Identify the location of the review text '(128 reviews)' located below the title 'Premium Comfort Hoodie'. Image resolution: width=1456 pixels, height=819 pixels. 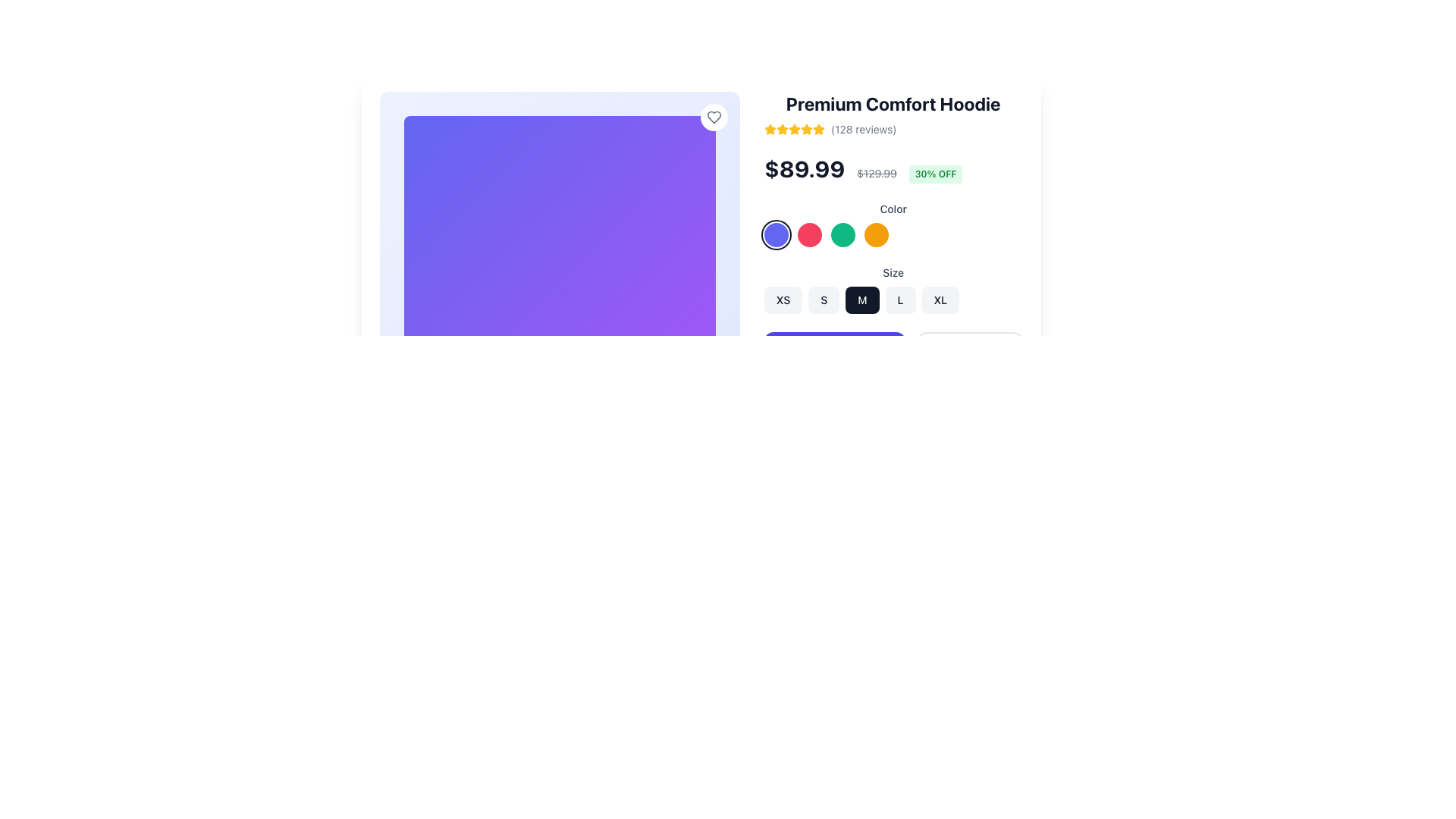
(893, 128).